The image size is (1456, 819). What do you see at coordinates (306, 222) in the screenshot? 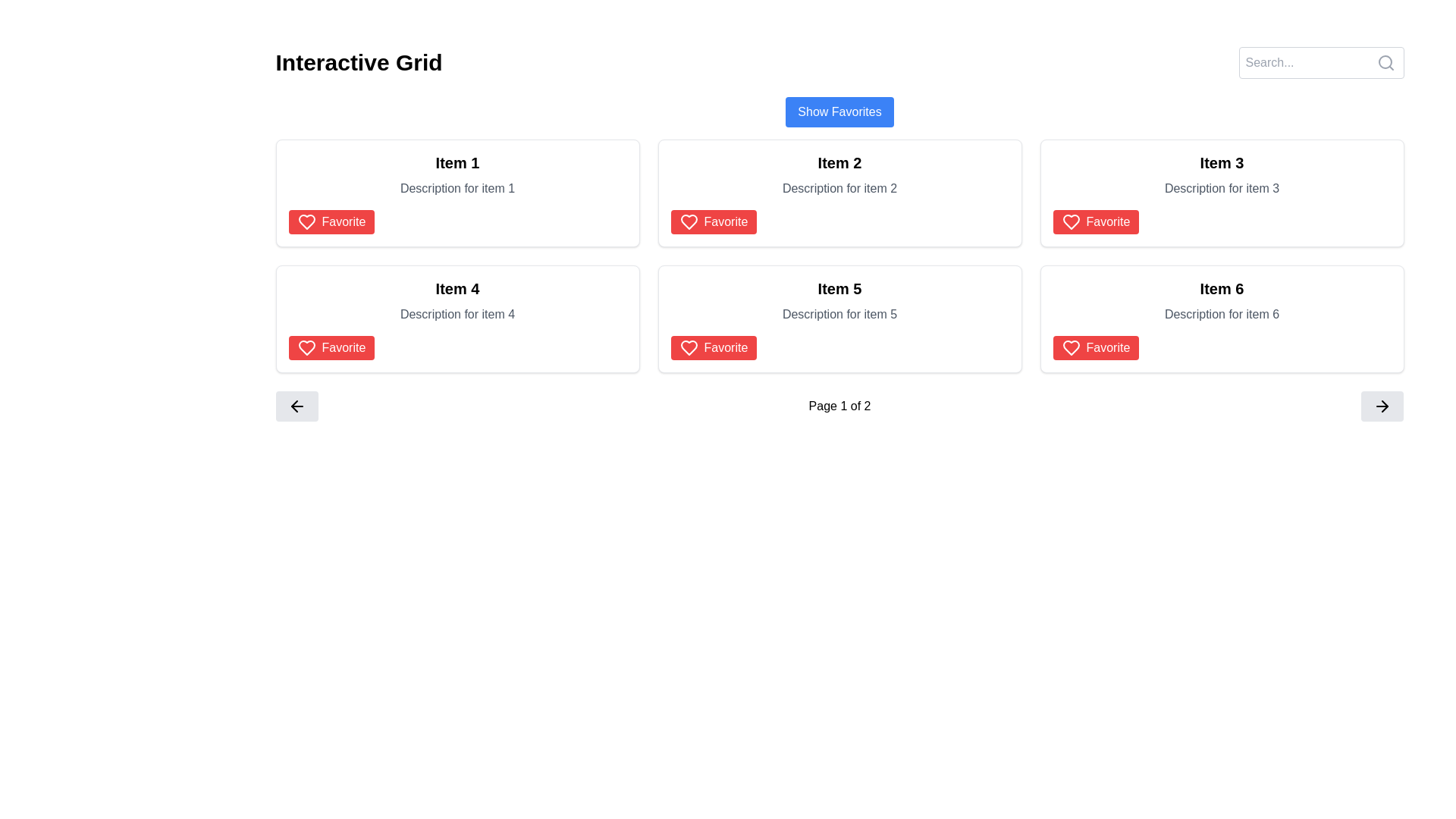
I see `the heart-shaped icon with a red fill and white stroke located inside the 'Favorite' button at the bottom-left corner of the grid card for 'Item 1'` at bounding box center [306, 222].